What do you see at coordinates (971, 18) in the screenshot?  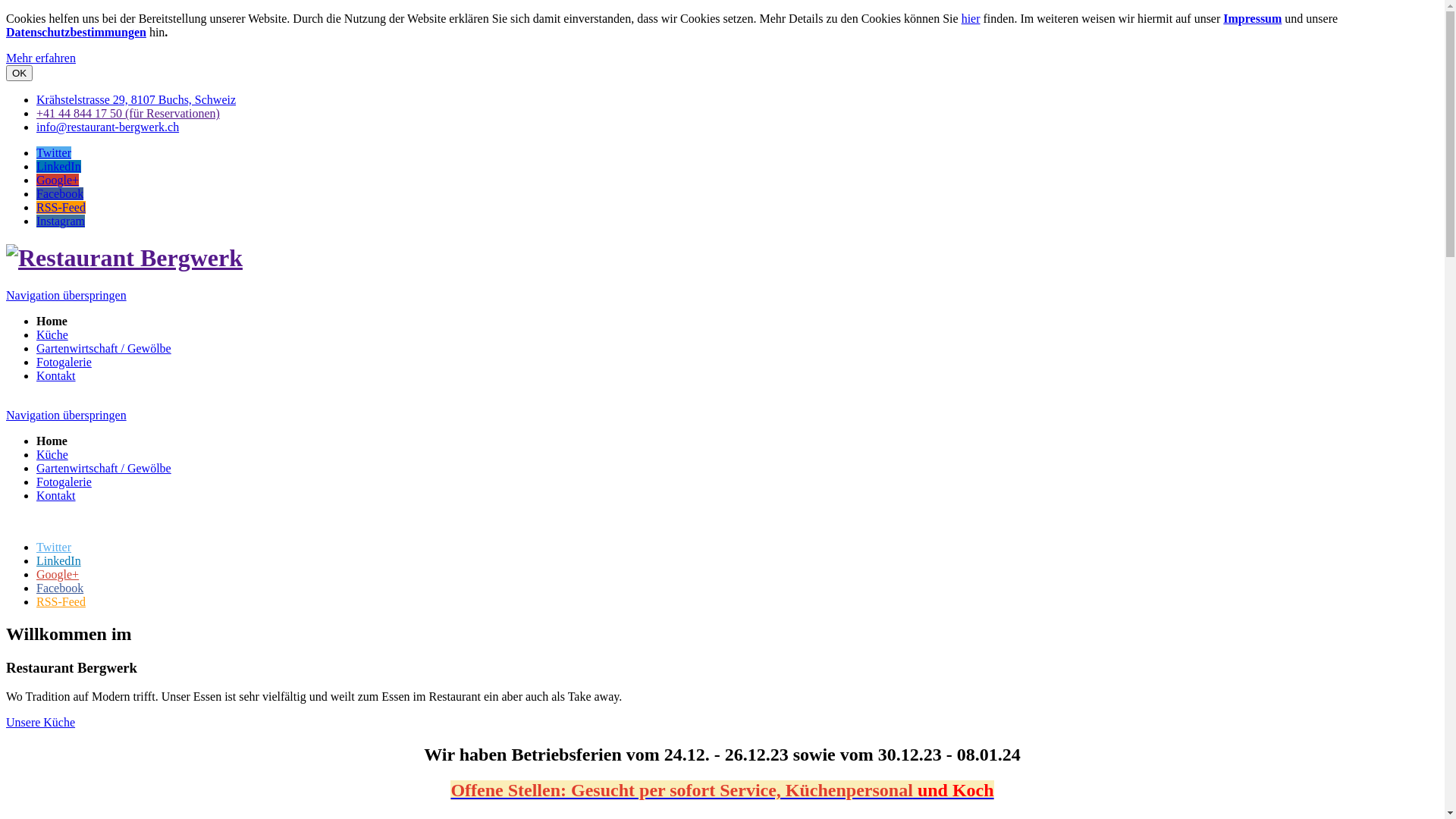 I see `'hier'` at bounding box center [971, 18].